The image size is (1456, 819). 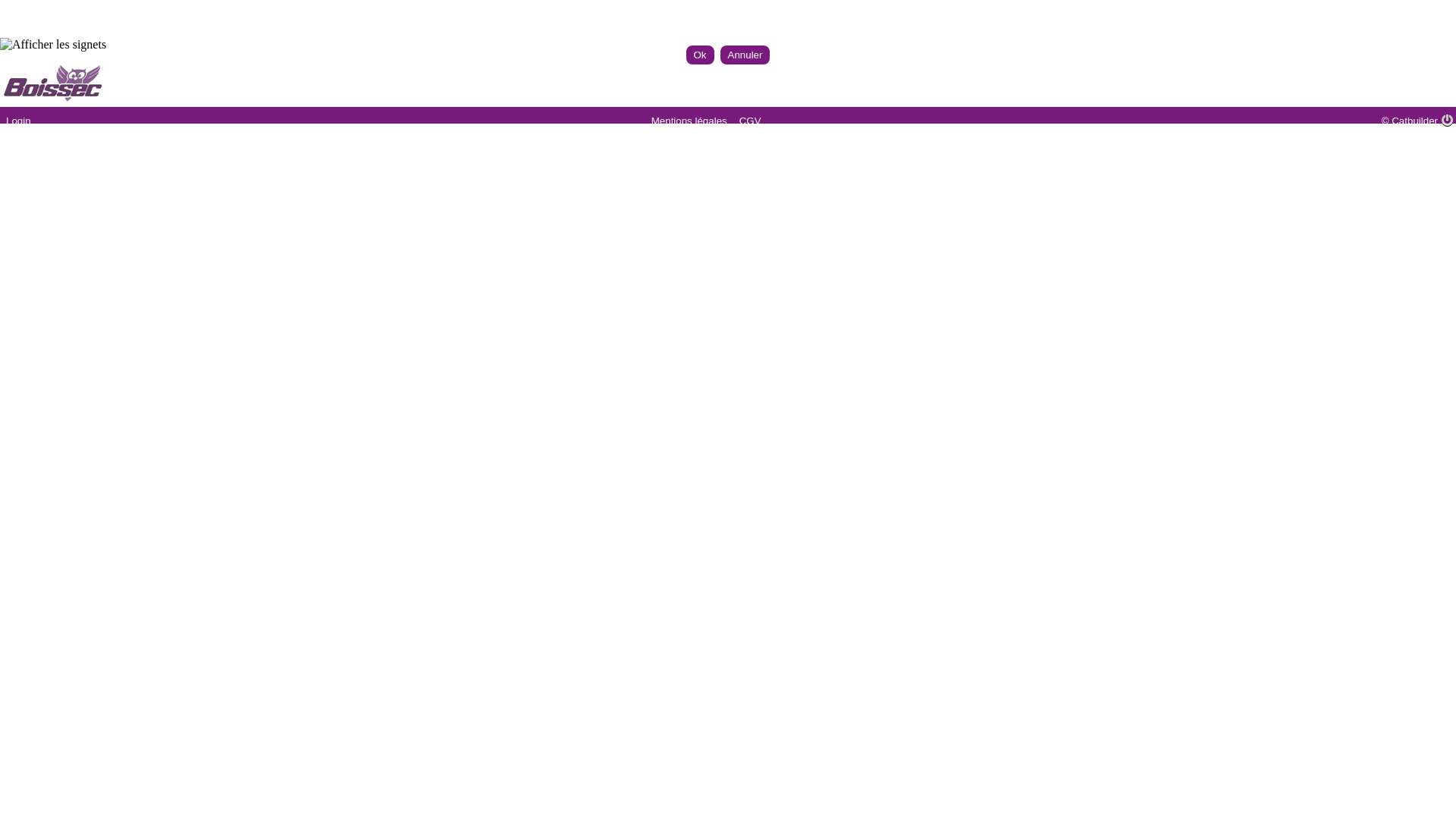 I want to click on 'CGV', so click(x=750, y=120).